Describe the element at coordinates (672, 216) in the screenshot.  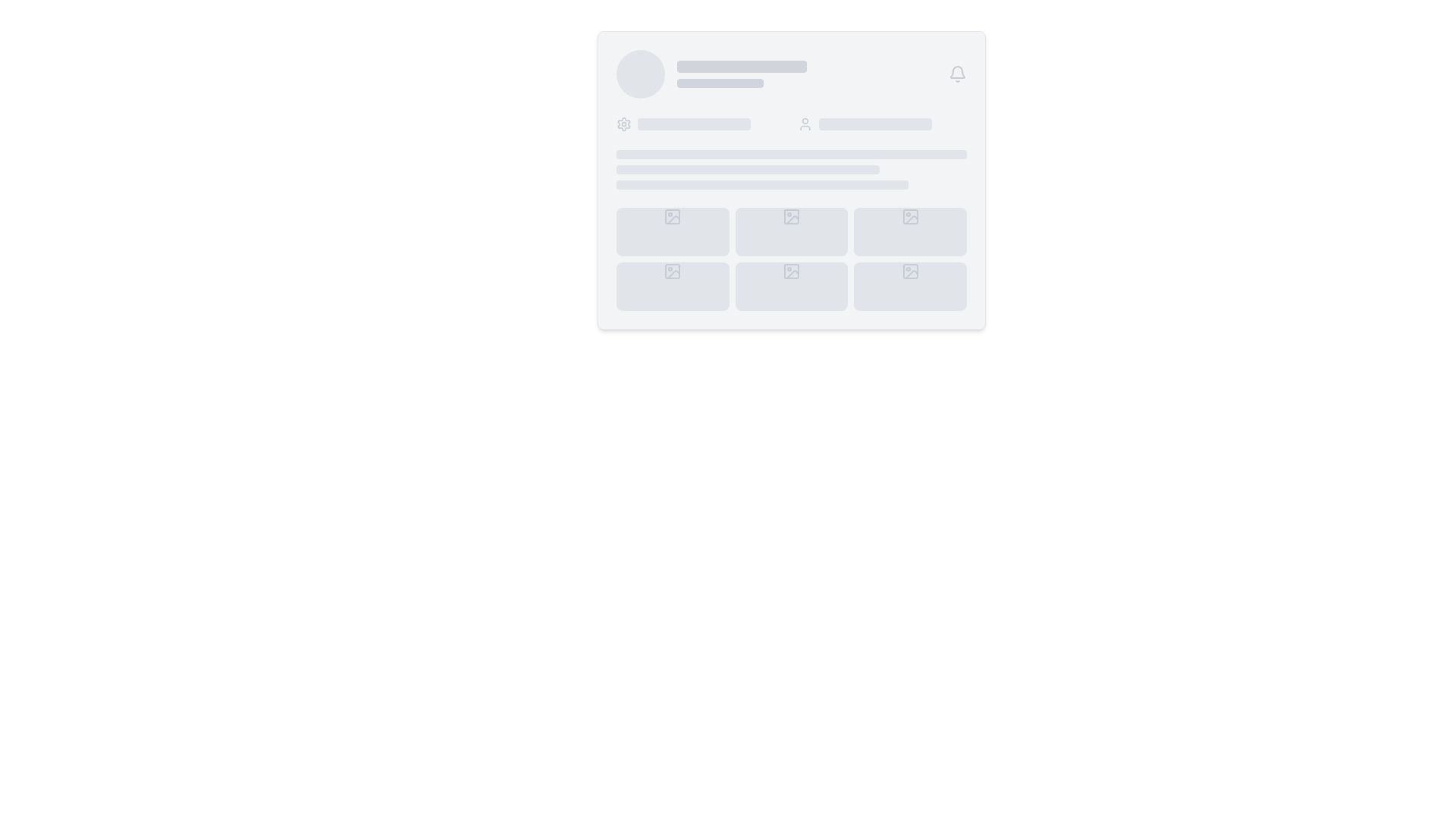
I see `the placeholder or preview box located in the first row, first column of the grid, which has a solid border and a light interior color to interact with it` at that location.